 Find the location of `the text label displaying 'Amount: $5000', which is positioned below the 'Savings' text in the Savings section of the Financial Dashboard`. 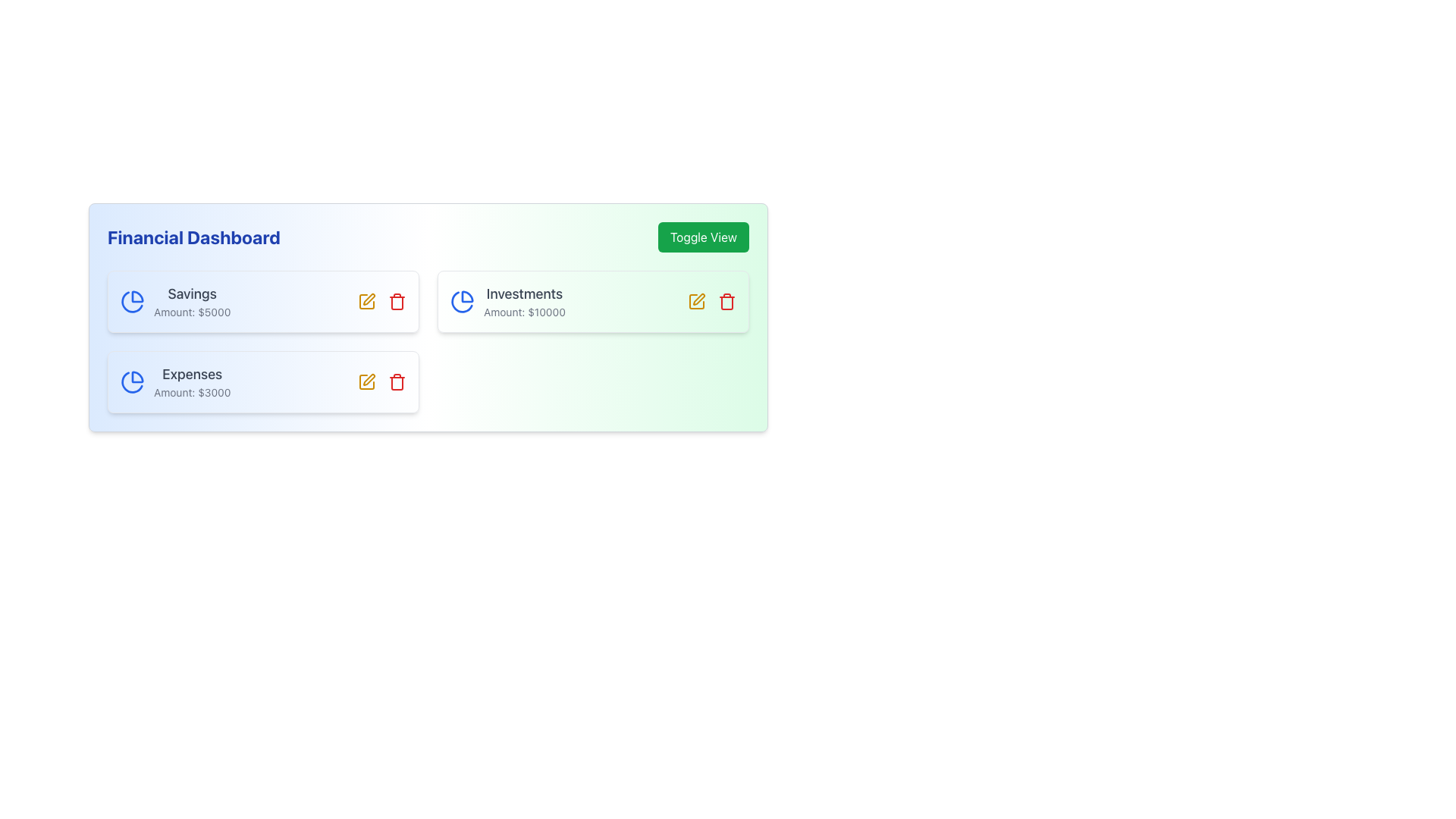

the text label displaying 'Amount: $5000', which is positioned below the 'Savings' text in the Savings section of the Financial Dashboard is located at coordinates (191, 312).